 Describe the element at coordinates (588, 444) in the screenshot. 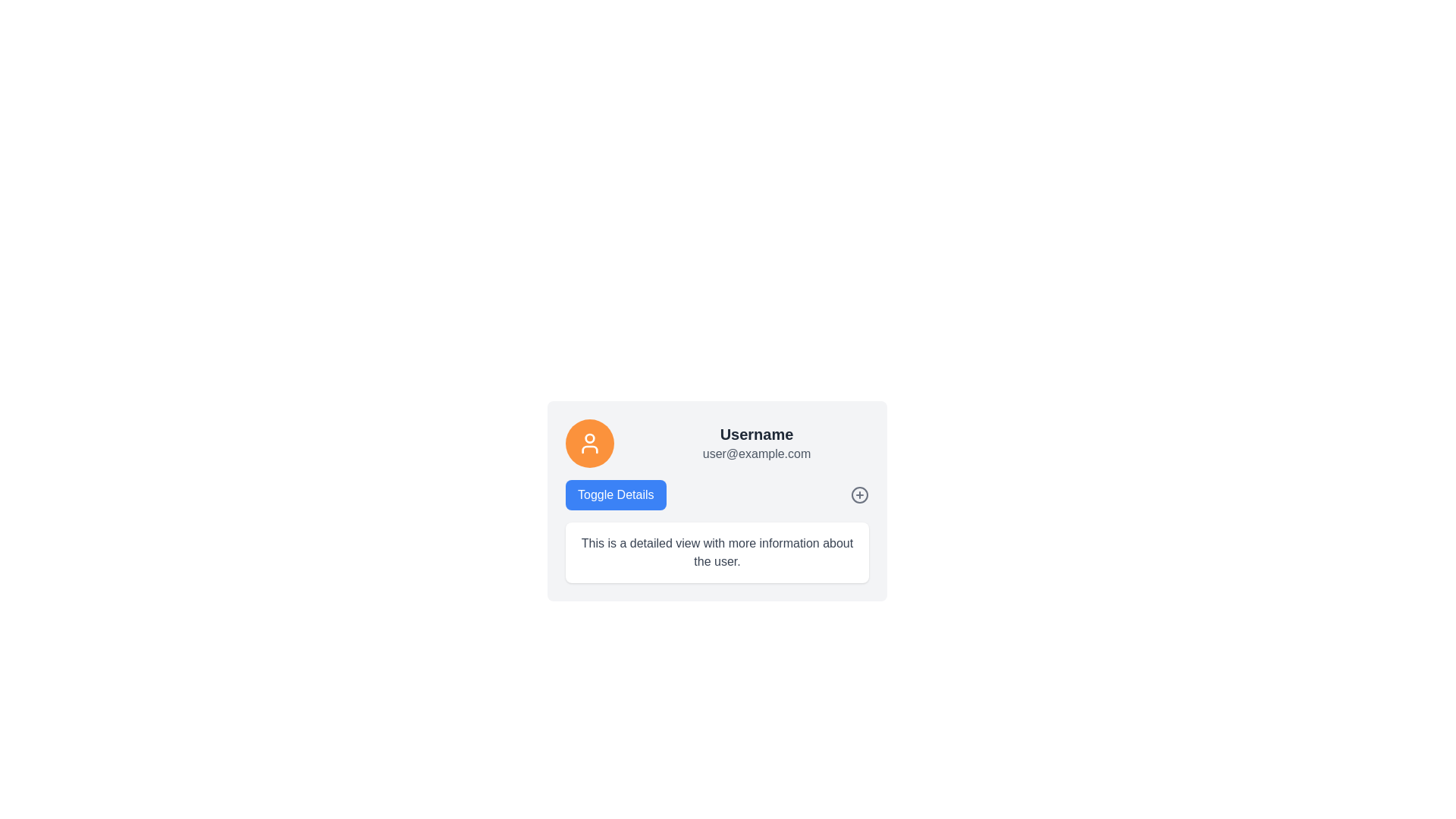

I see `the user icon, which is visually represented inside a circular orange background, centered above the username and email text` at that location.